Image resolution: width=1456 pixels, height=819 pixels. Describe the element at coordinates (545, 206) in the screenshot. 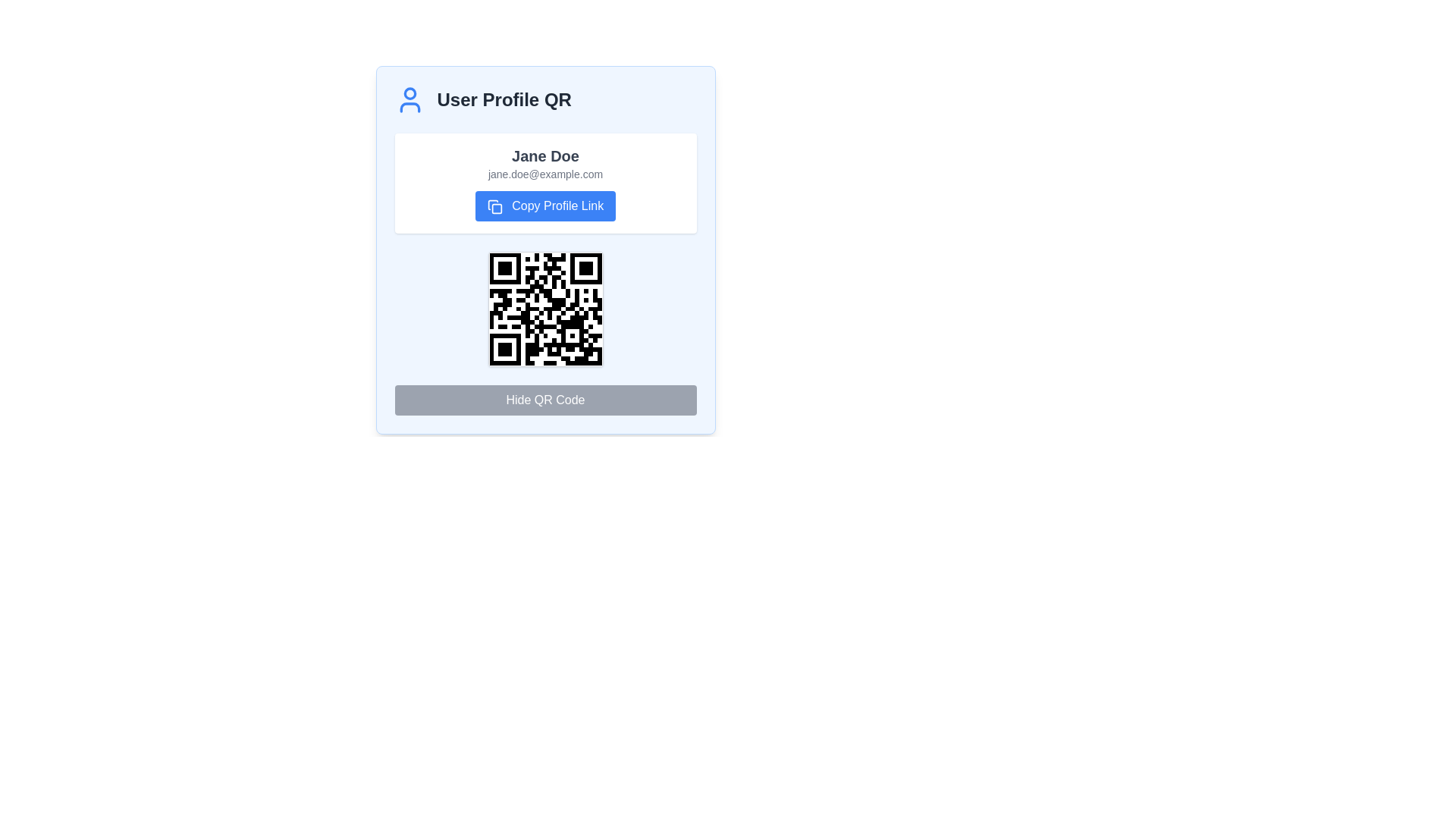

I see `the button located within the 'User Profile QR' card, positioned below 'jane.doe@example.com' and above the QR code image, to copy the profile link to the clipboard` at that location.